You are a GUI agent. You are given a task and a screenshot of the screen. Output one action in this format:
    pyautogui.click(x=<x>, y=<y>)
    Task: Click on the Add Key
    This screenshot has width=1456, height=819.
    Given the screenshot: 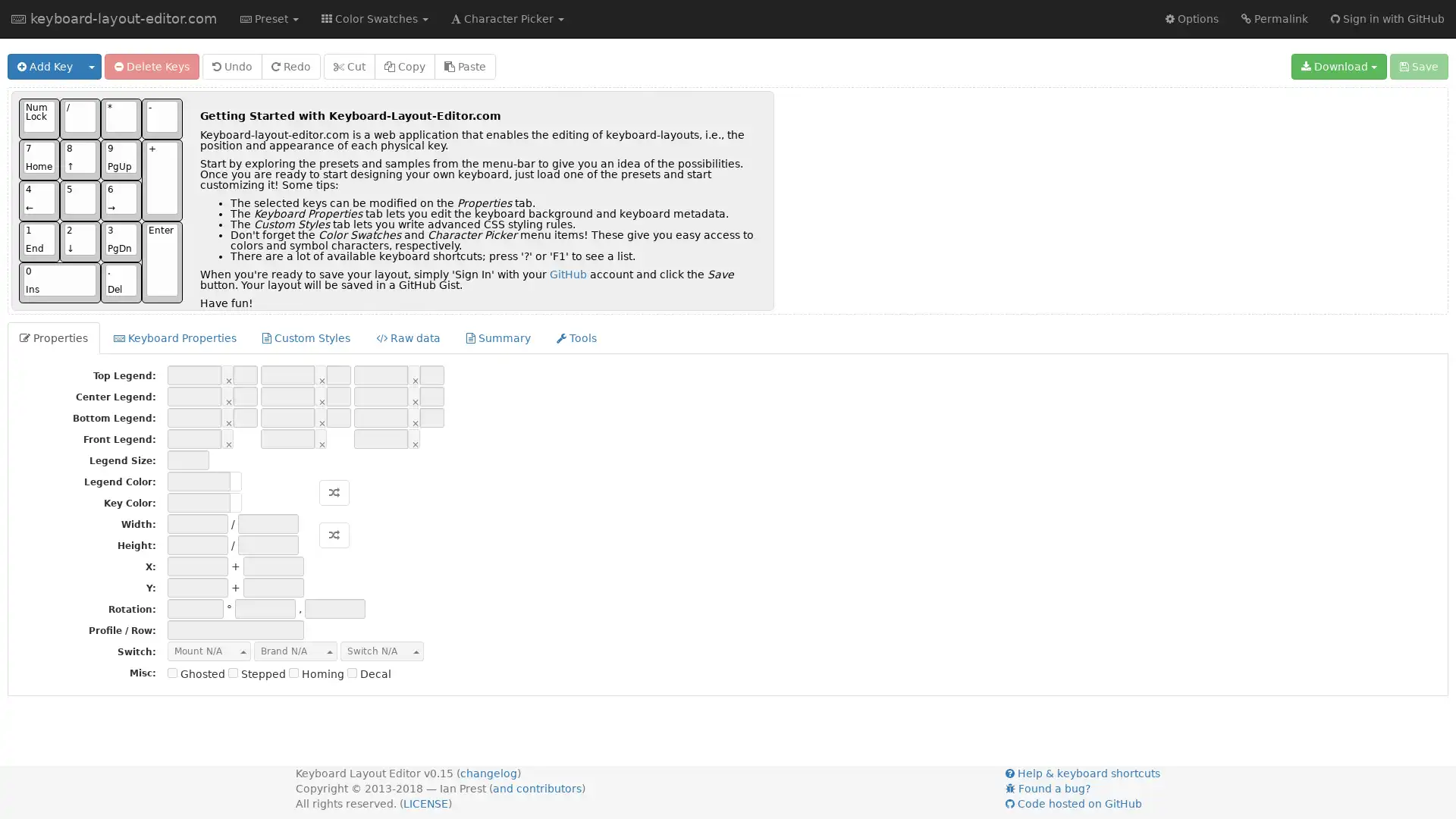 What is the action you would take?
    pyautogui.click(x=45, y=66)
    